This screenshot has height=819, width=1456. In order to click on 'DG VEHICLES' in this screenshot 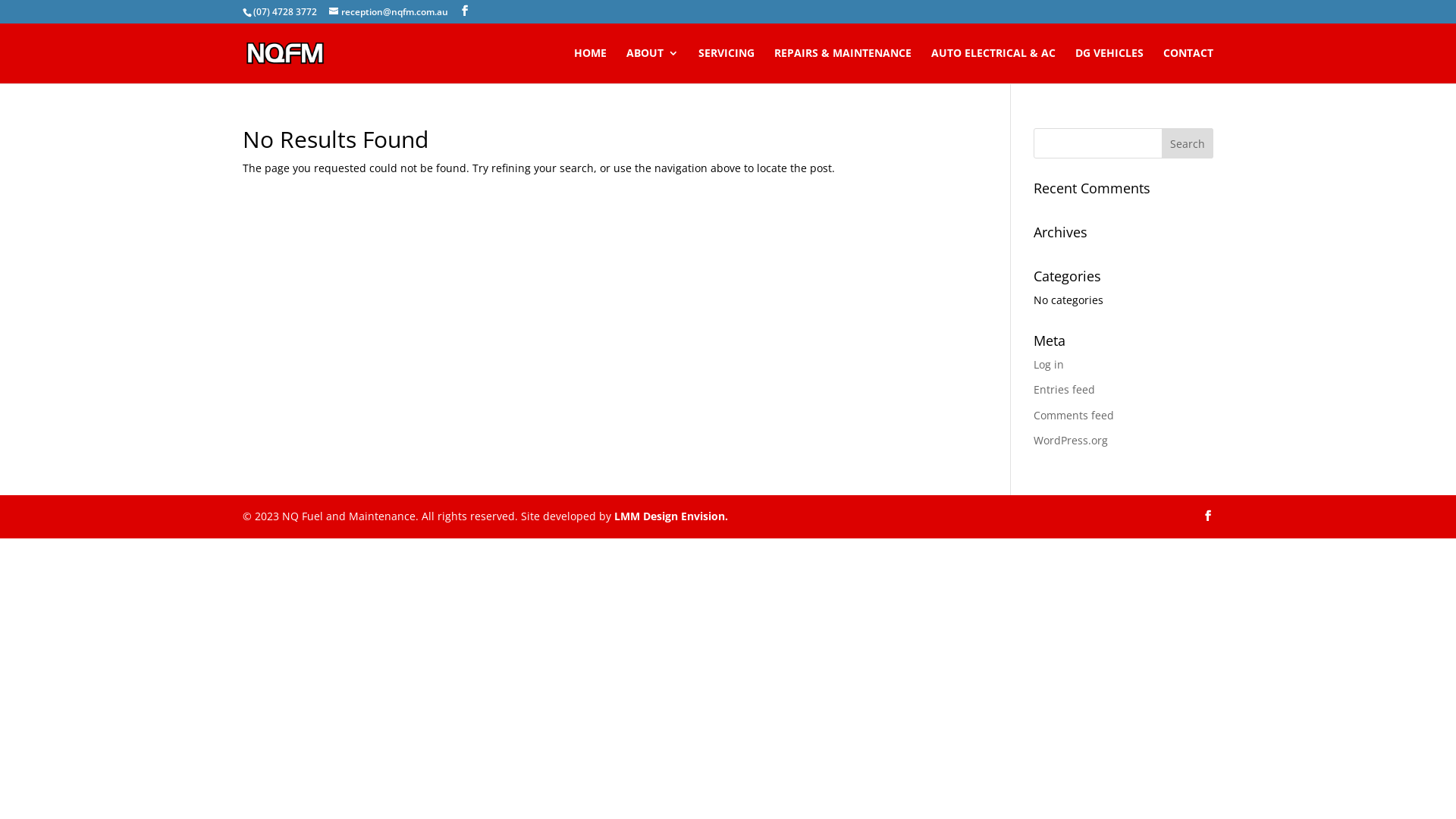, I will do `click(1074, 64)`.